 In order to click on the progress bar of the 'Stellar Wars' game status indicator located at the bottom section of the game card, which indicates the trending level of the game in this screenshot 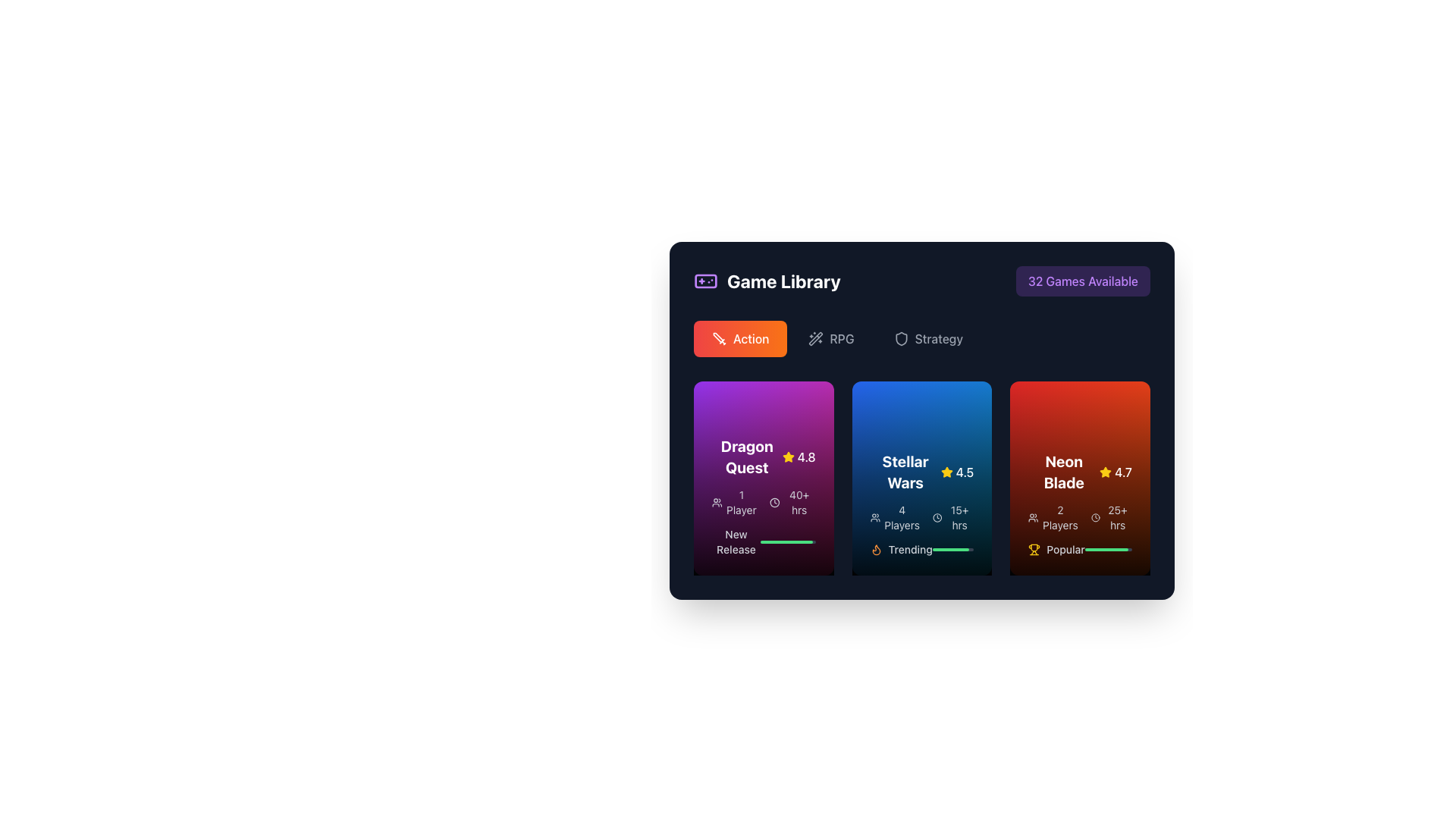, I will do `click(921, 550)`.